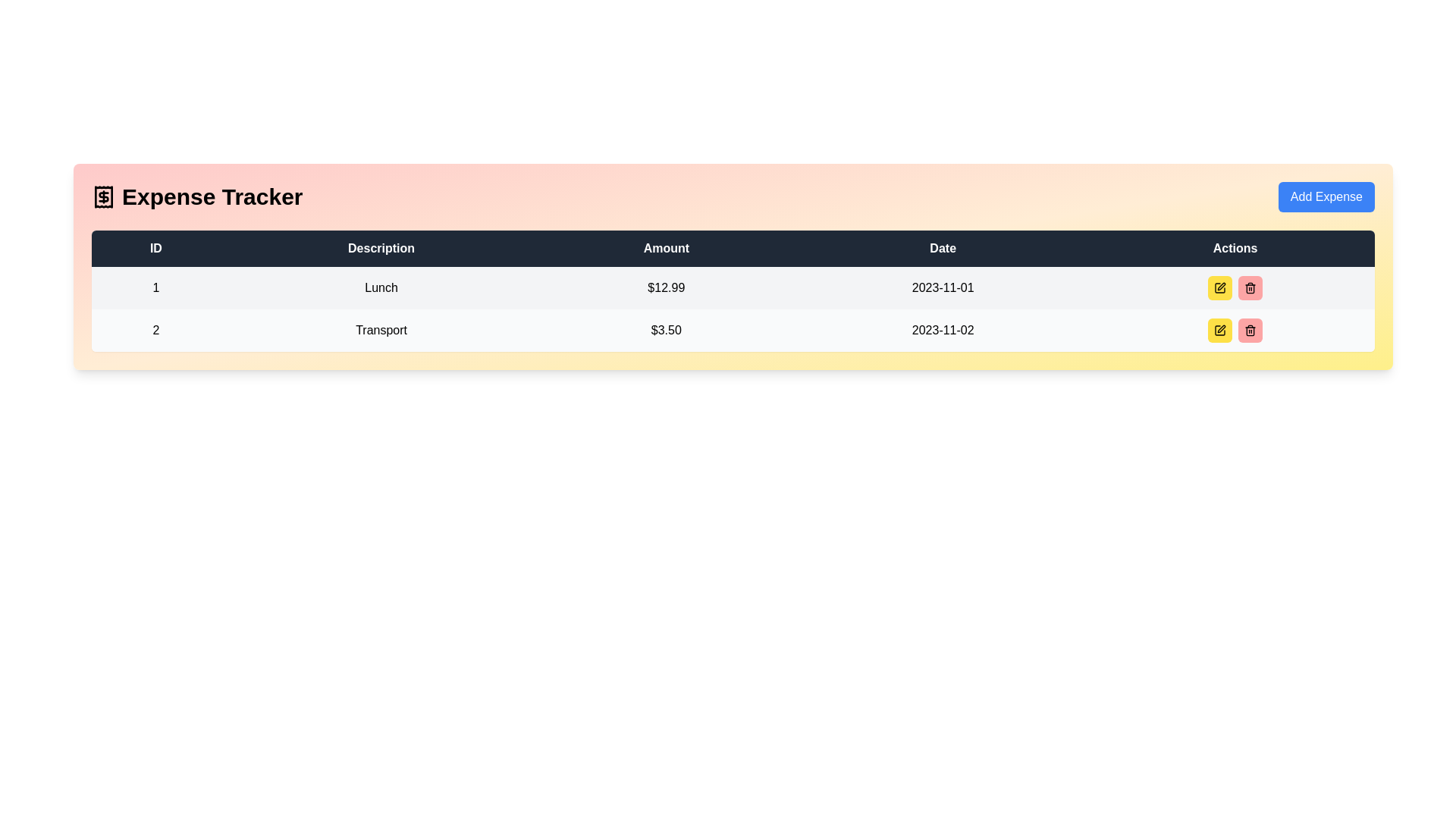 The height and width of the screenshot is (819, 1456). What do you see at coordinates (1219, 329) in the screenshot?
I see `the pen icon within the button in the 'Actions' column of the second row` at bounding box center [1219, 329].